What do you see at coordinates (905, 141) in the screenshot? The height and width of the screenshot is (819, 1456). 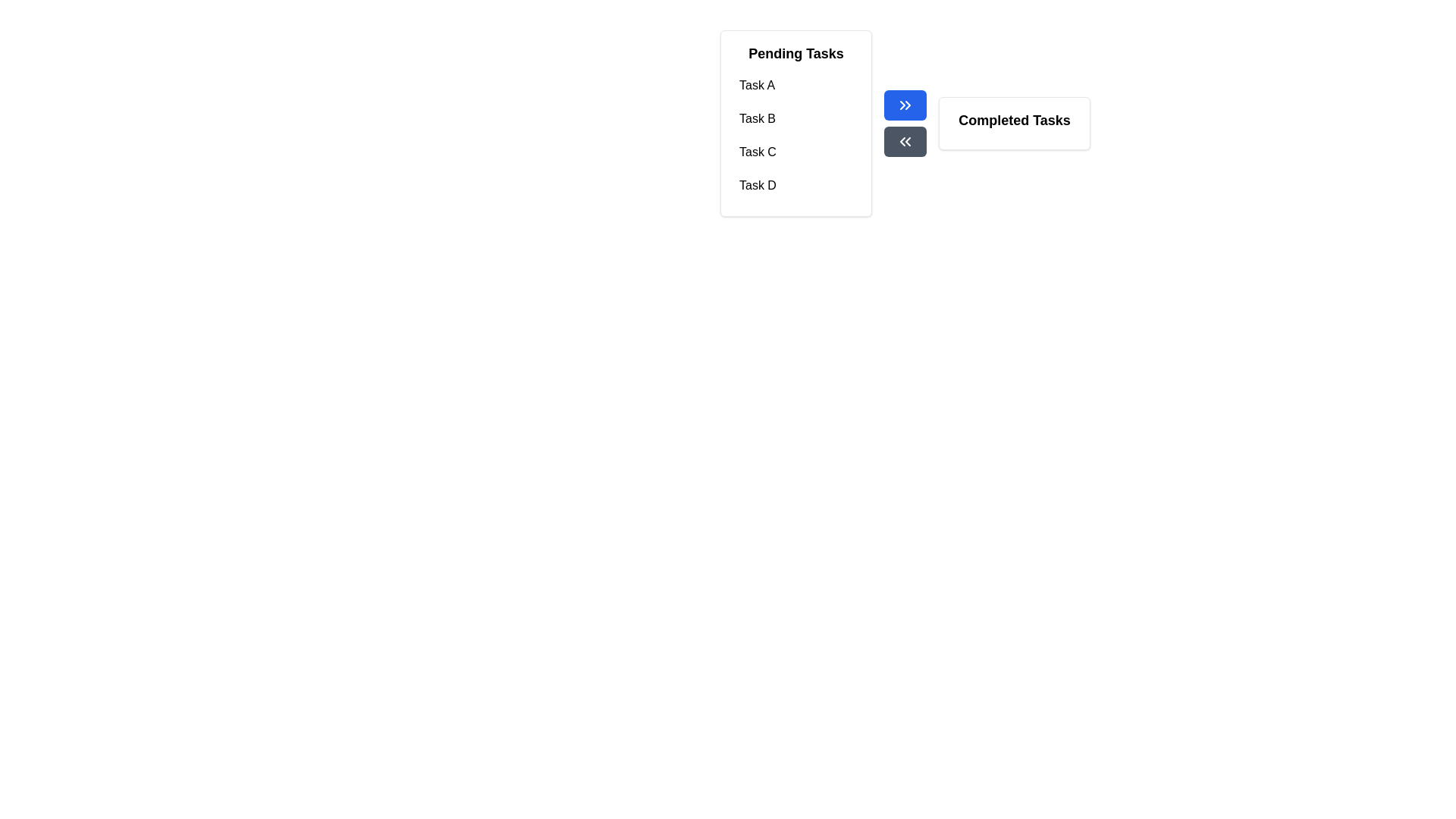 I see `the leftward double-chevron icon on the dark gray rectangular button` at bounding box center [905, 141].